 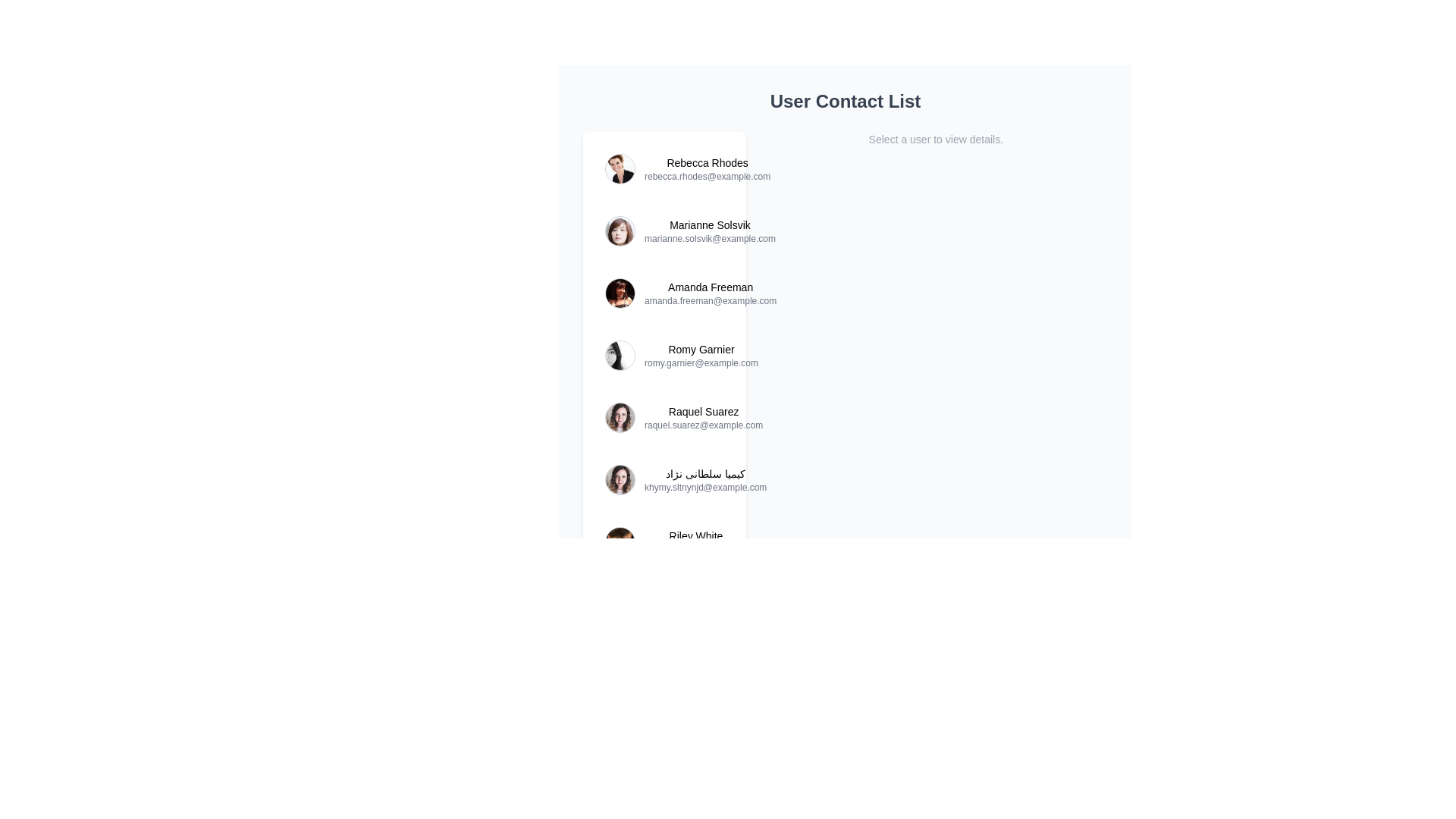 What do you see at coordinates (620, 293) in the screenshot?
I see `the circular user profile picture of Amanda Freeman, which has a gray border and is located to the left of her name in the user contact list` at bounding box center [620, 293].